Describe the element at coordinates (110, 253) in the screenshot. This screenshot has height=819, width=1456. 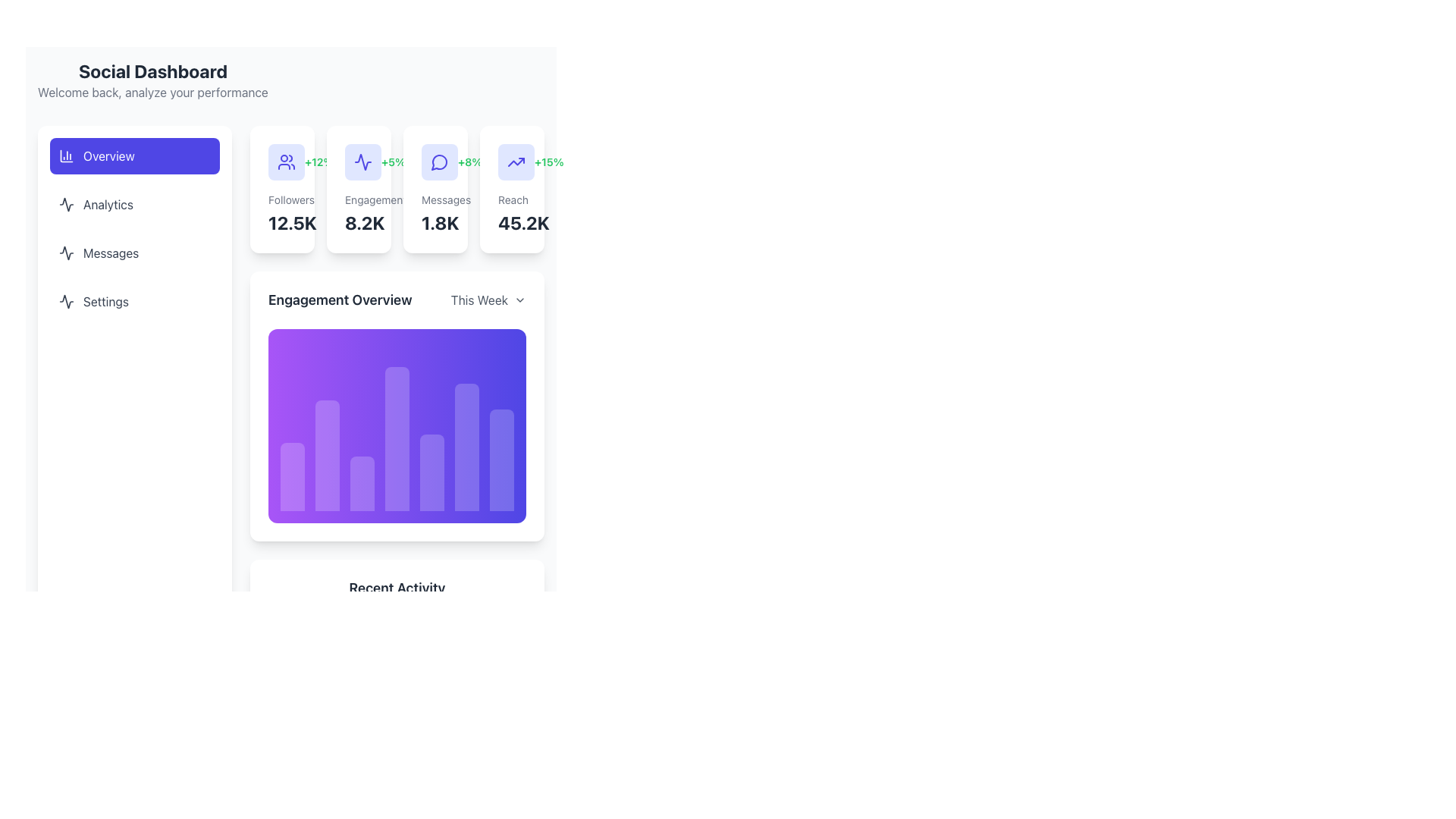
I see `the 'Messages' text label located in the vertical navigation menu, positioned below 'Analytics' and above 'Settings'` at that location.